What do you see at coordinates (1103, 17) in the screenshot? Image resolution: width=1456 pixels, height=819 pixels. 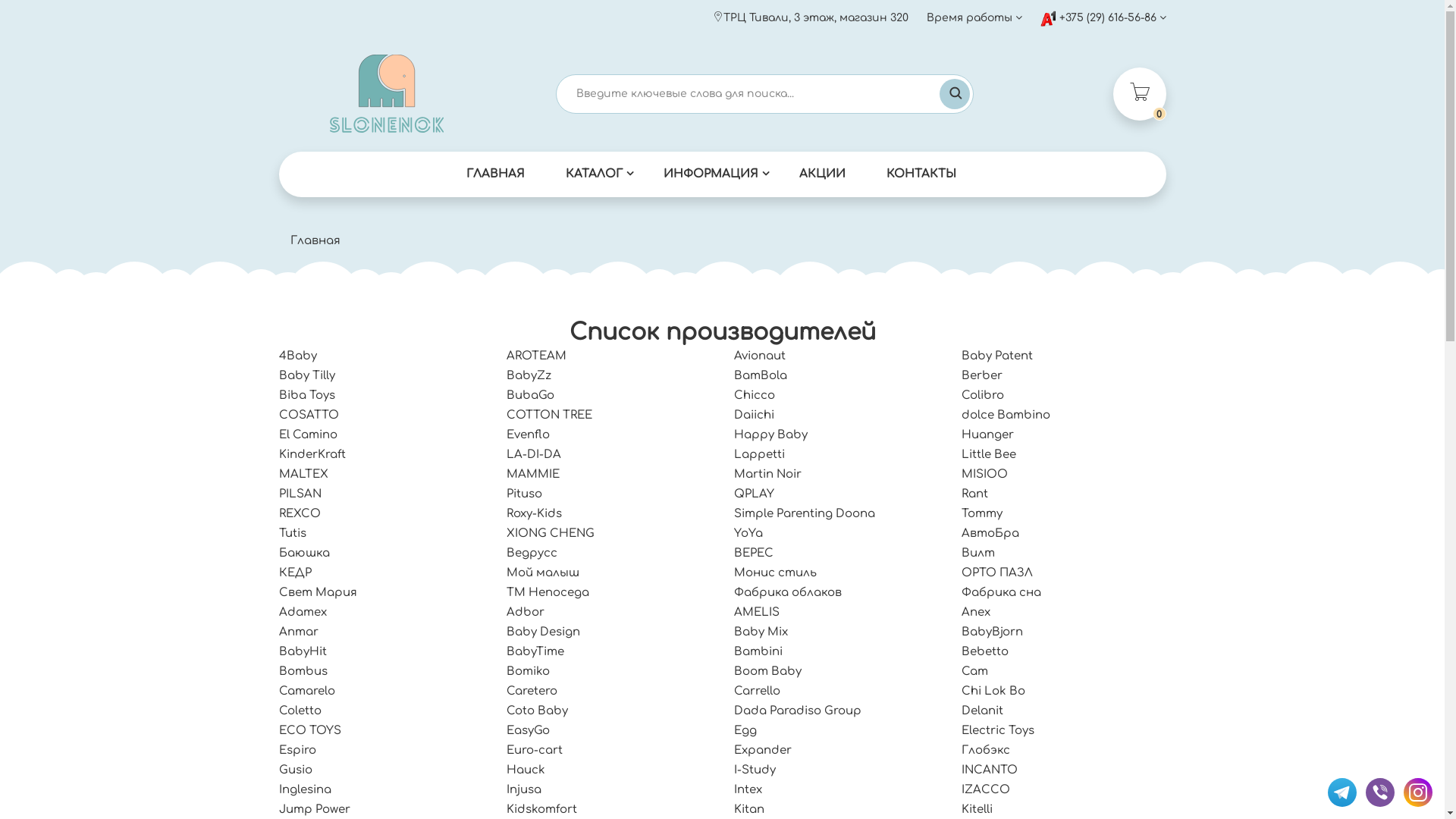 I see `'+375 (29) 616-56-86'` at bounding box center [1103, 17].